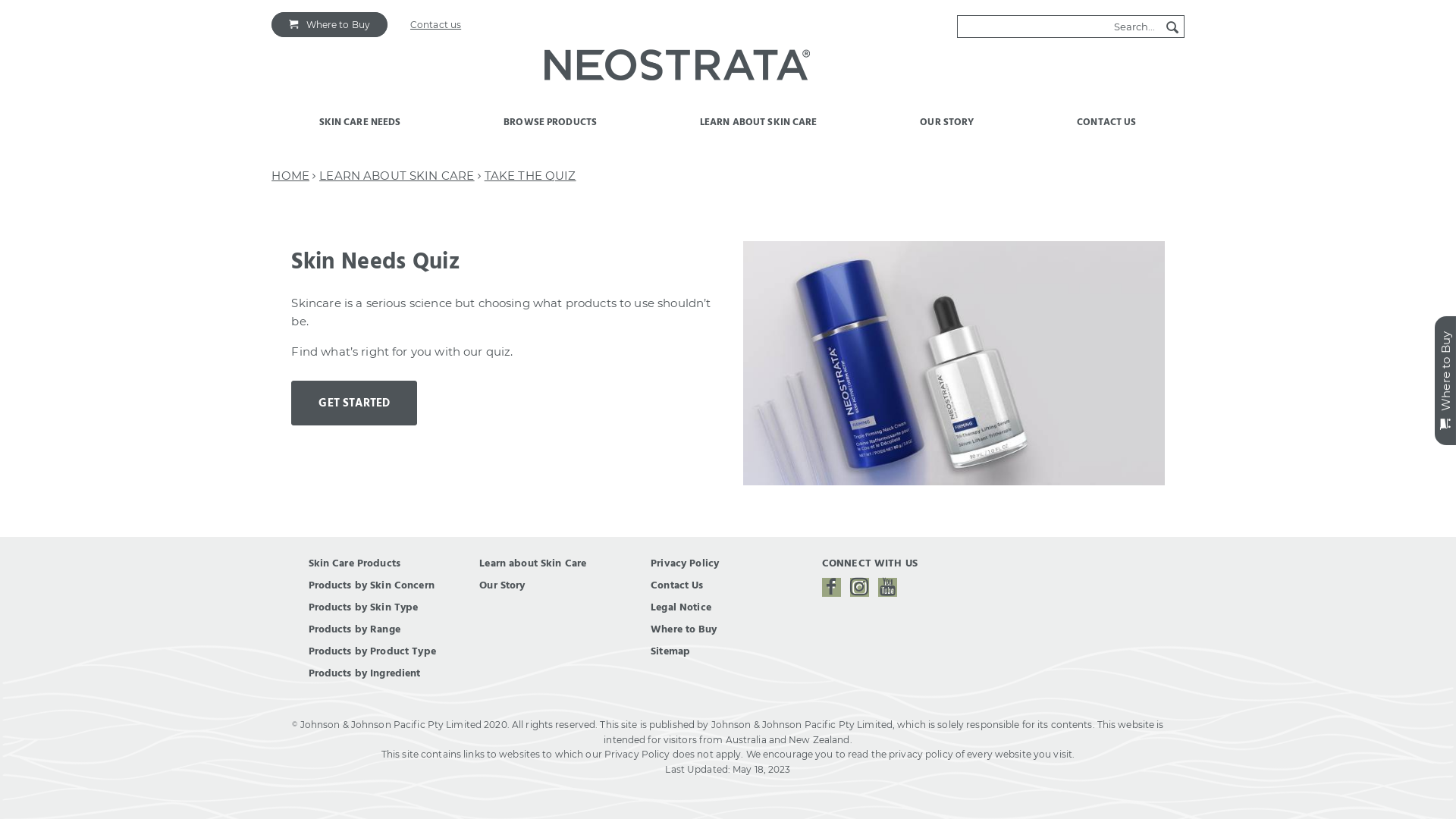 This screenshot has height=819, width=1456. Describe the element at coordinates (371, 584) in the screenshot. I see `'Products by Skin Concern'` at that location.